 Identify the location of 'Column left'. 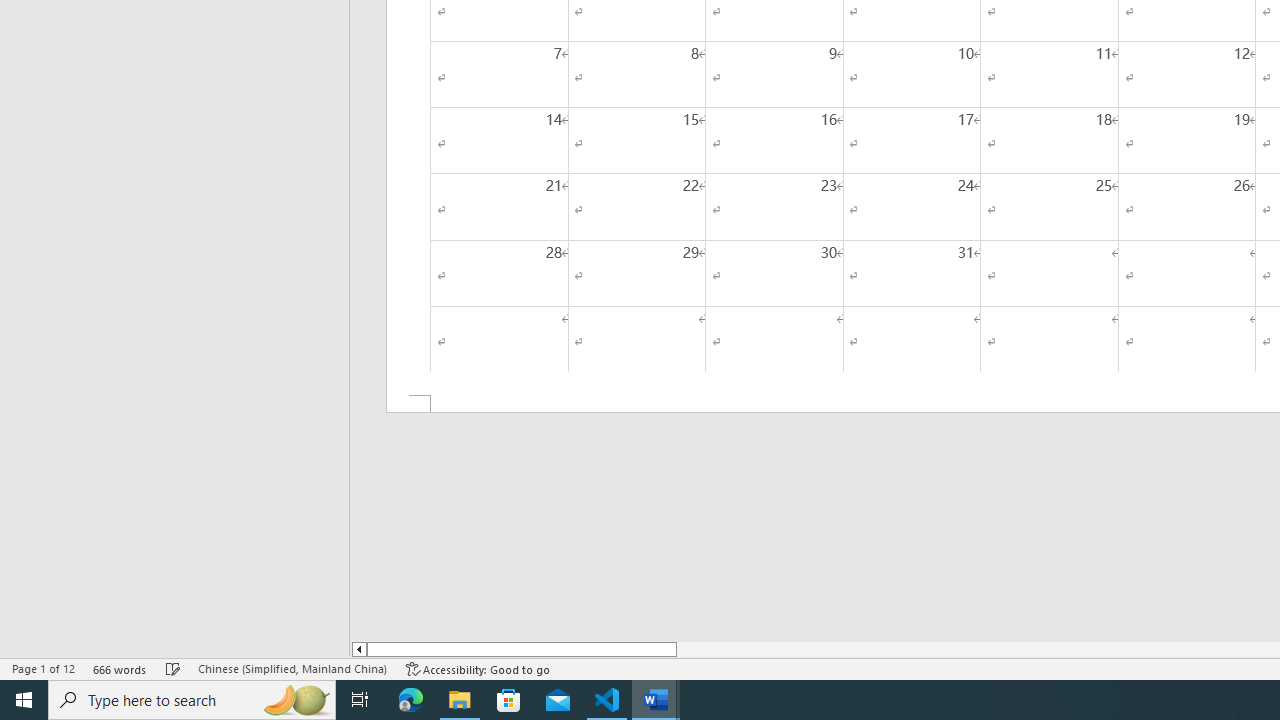
(358, 649).